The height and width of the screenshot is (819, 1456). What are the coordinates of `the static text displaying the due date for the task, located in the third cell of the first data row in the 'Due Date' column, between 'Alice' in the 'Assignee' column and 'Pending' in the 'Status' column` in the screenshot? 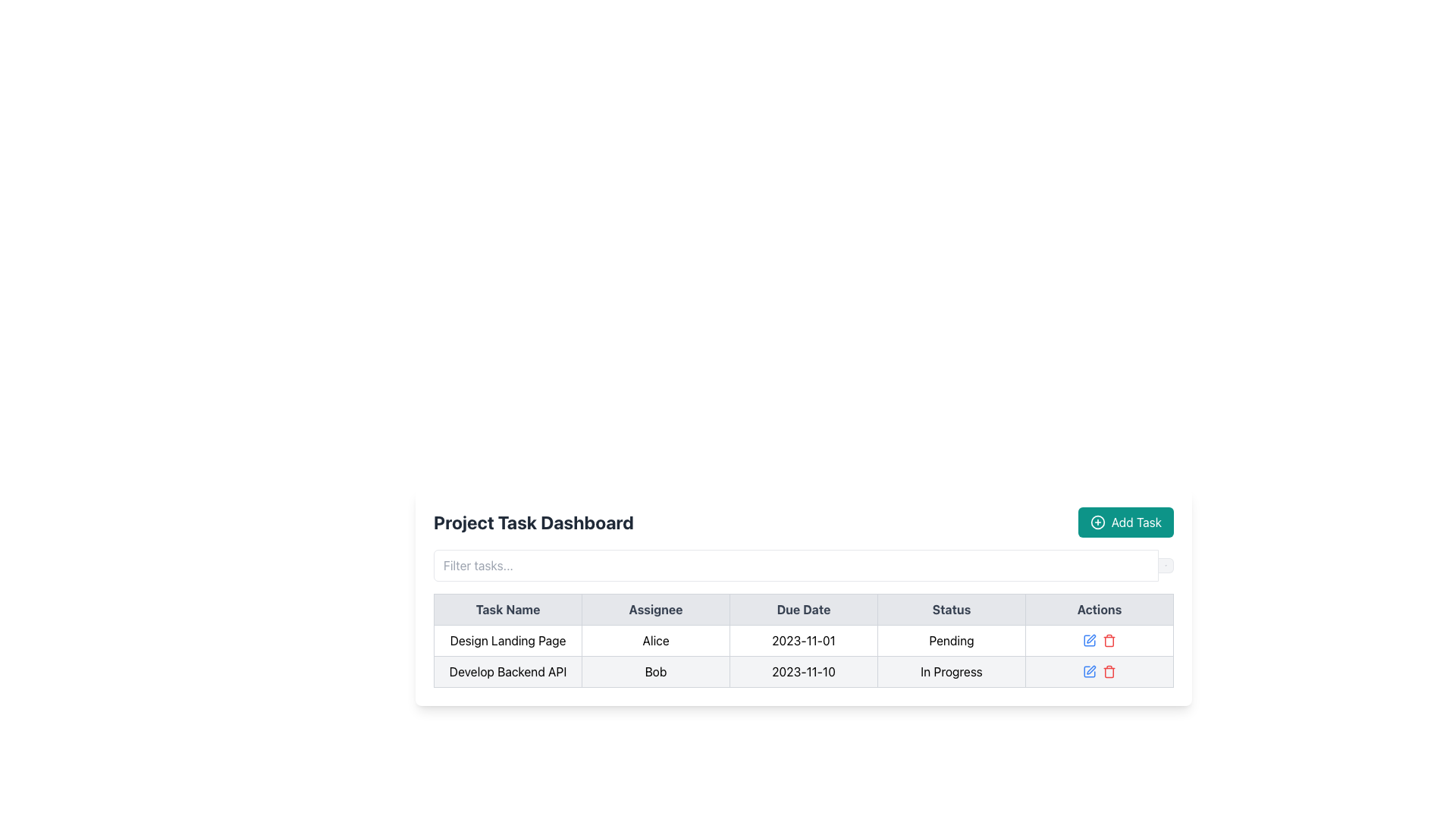 It's located at (803, 640).